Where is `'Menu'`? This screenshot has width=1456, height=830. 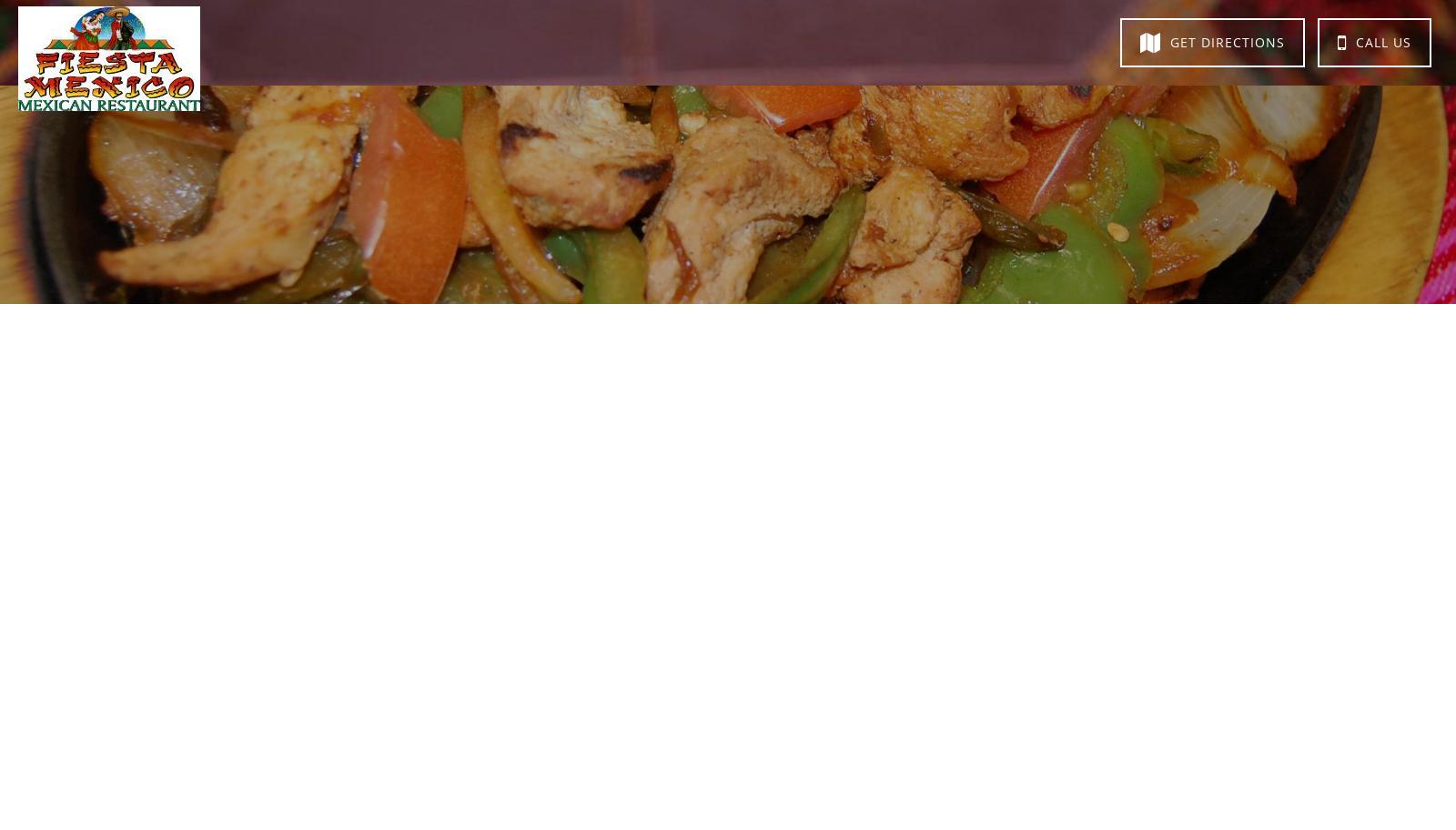 'Menu' is located at coordinates (566, 39).